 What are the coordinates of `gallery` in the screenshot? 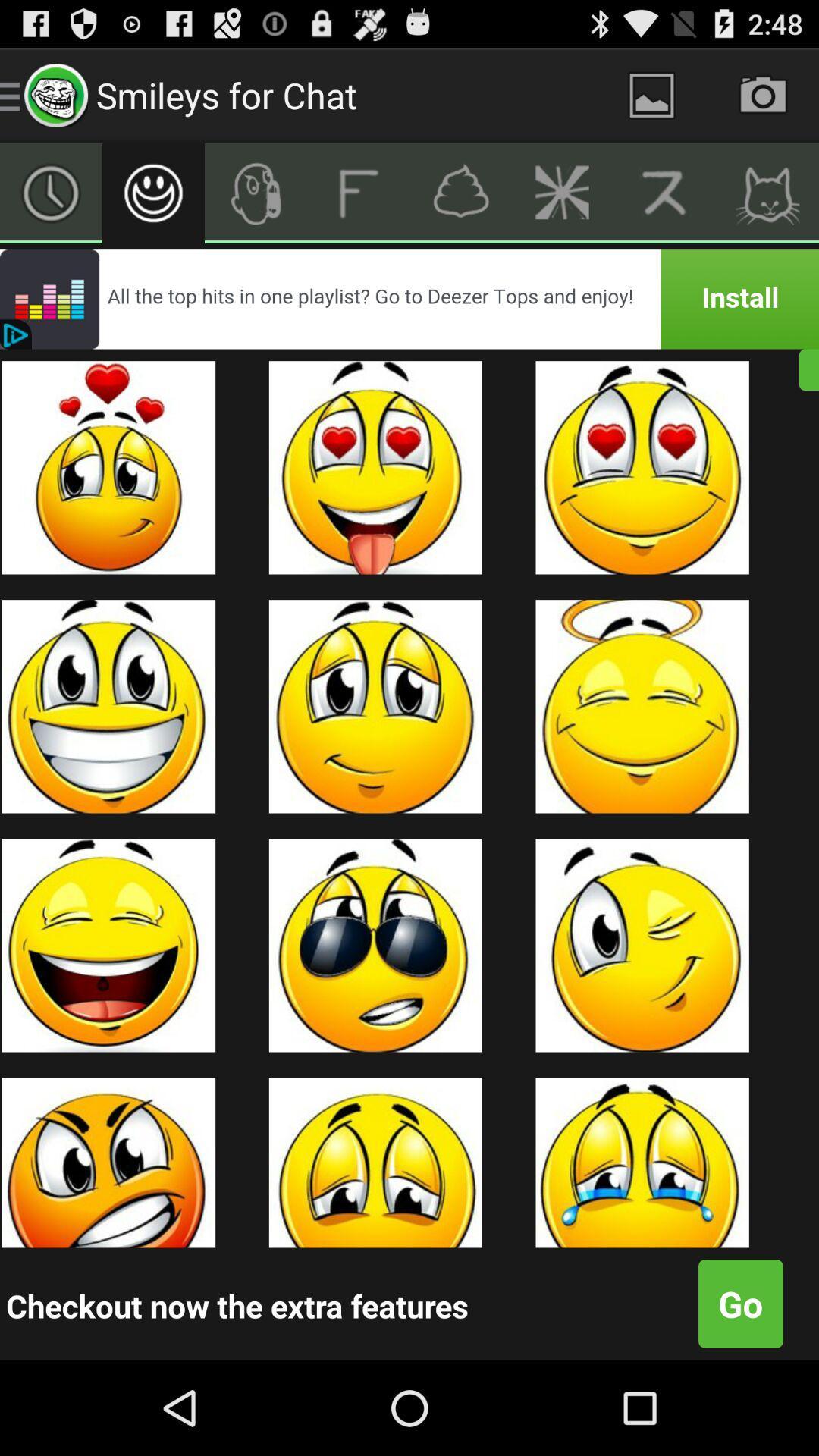 It's located at (651, 94).